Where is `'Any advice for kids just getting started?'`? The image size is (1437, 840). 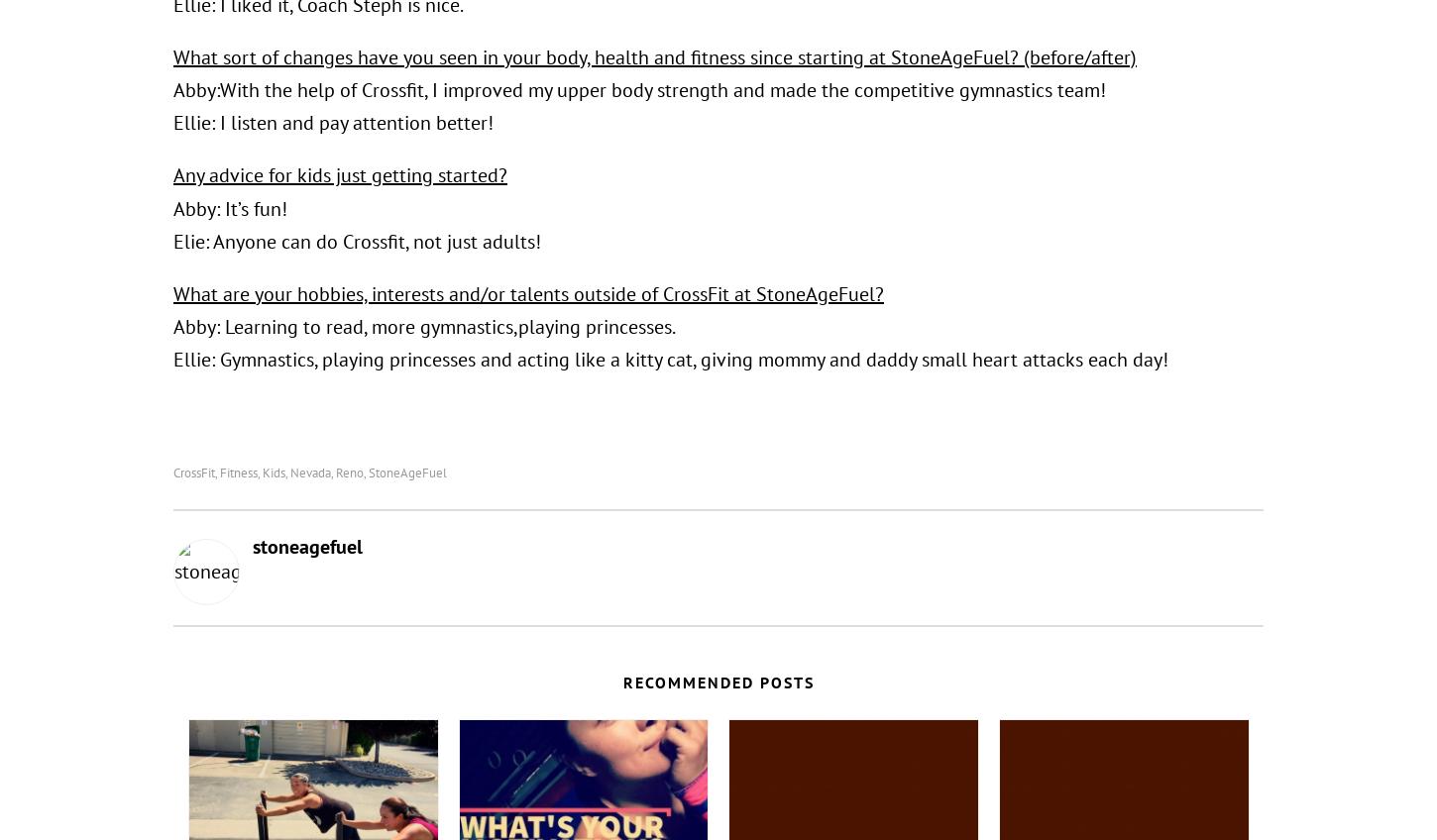 'Any advice for kids just getting started?' is located at coordinates (340, 174).